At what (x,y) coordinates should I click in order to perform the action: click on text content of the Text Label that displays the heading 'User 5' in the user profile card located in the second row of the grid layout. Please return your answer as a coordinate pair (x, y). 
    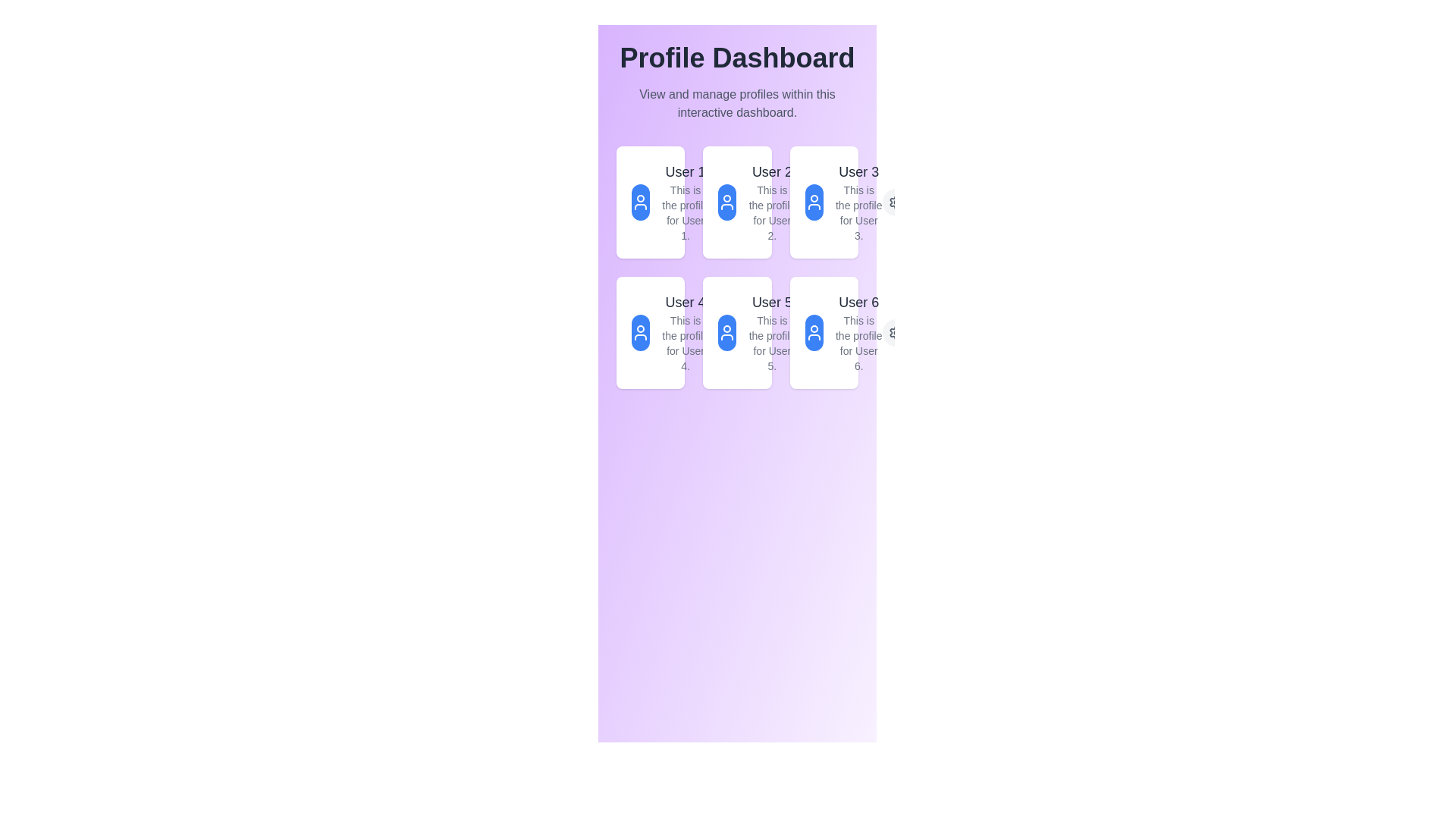
    Looking at the image, I should click on (772, 302).